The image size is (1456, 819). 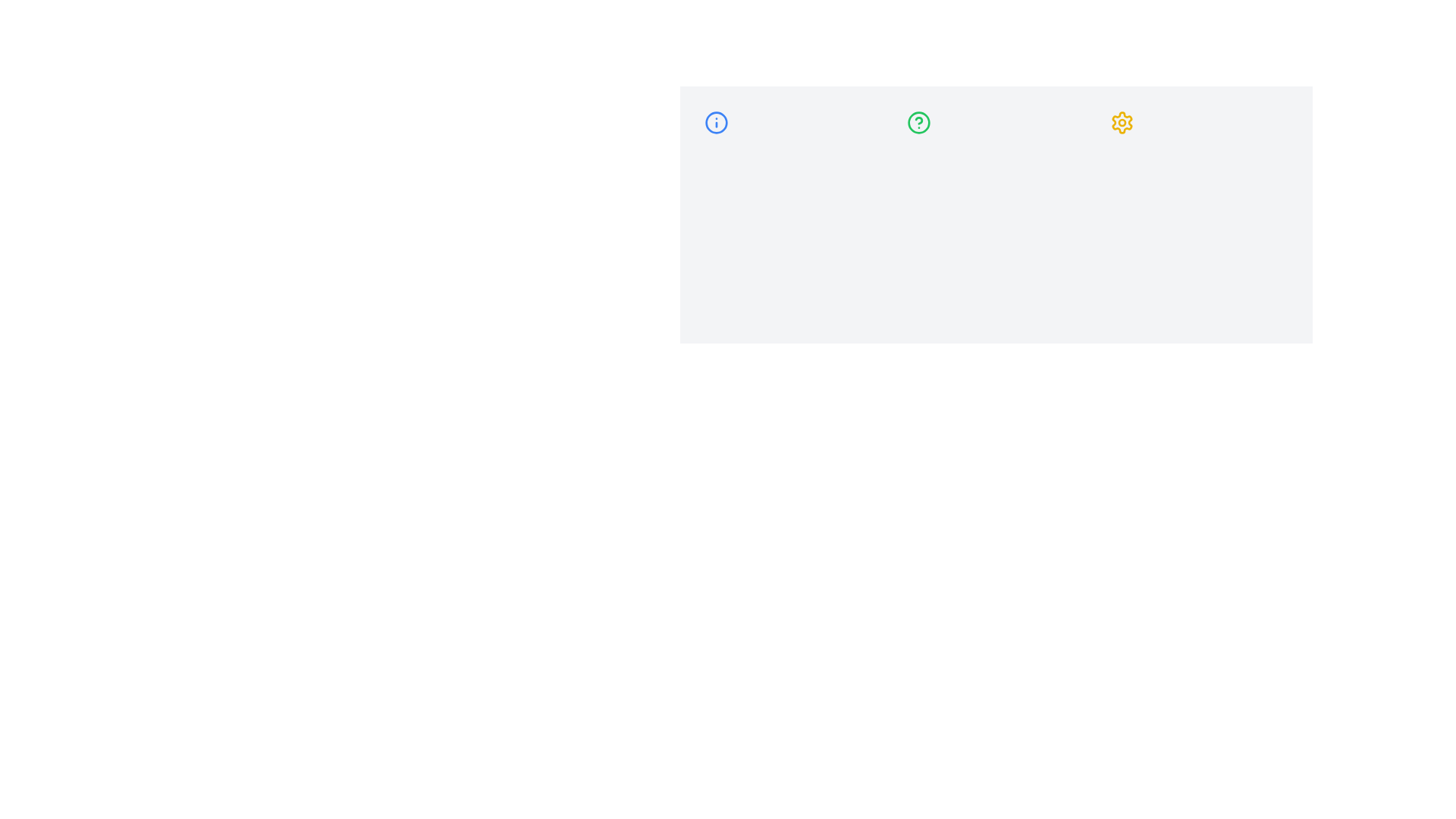 I want to click on the blue-bordered circular element with a white fill that serves as the background of an informational icon, so click(x=716, y=122).